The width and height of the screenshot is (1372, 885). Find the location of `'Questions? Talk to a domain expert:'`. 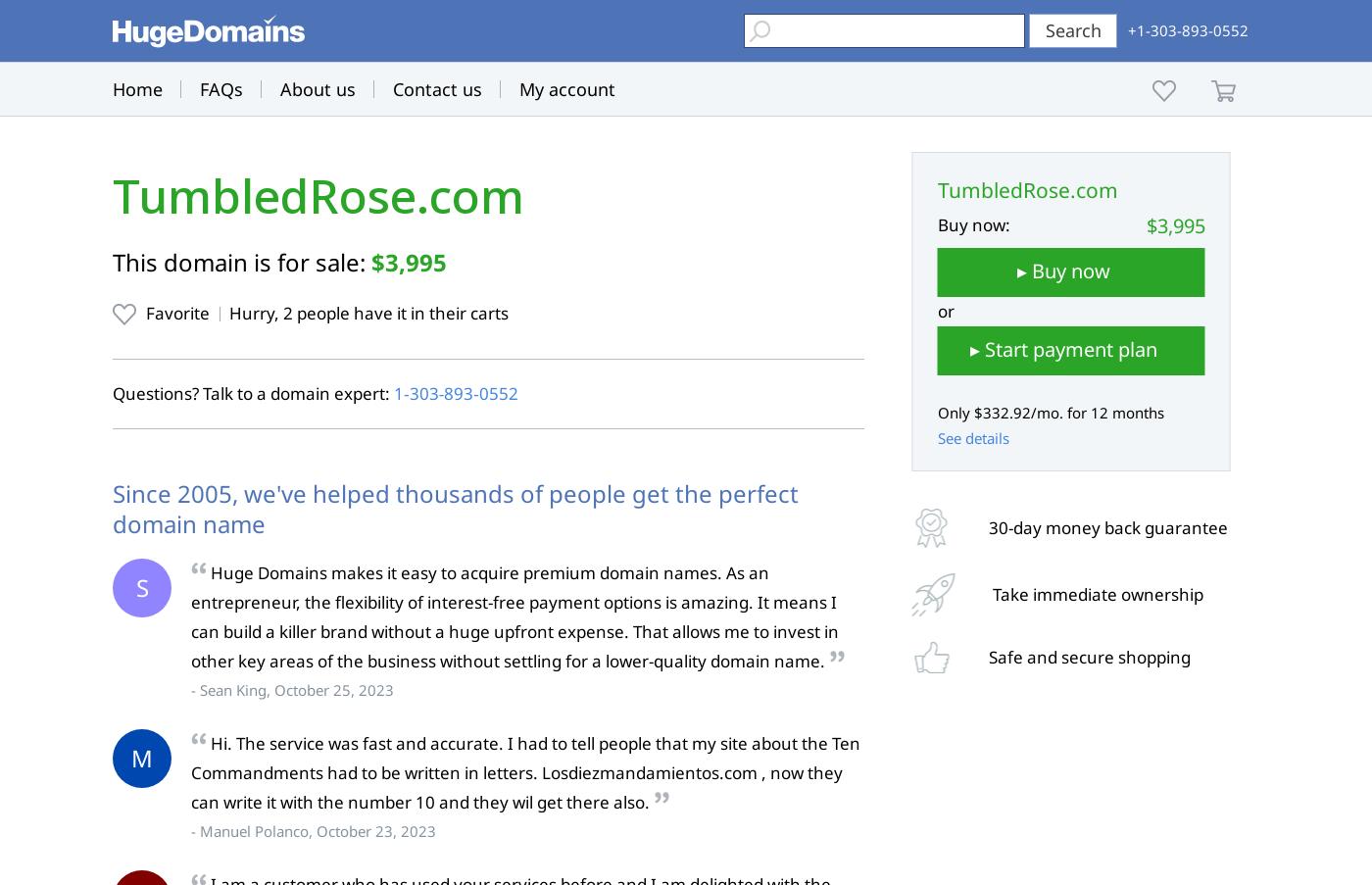

'Questions? Talk to a domain expert:' is located at coordinates (253, 392).